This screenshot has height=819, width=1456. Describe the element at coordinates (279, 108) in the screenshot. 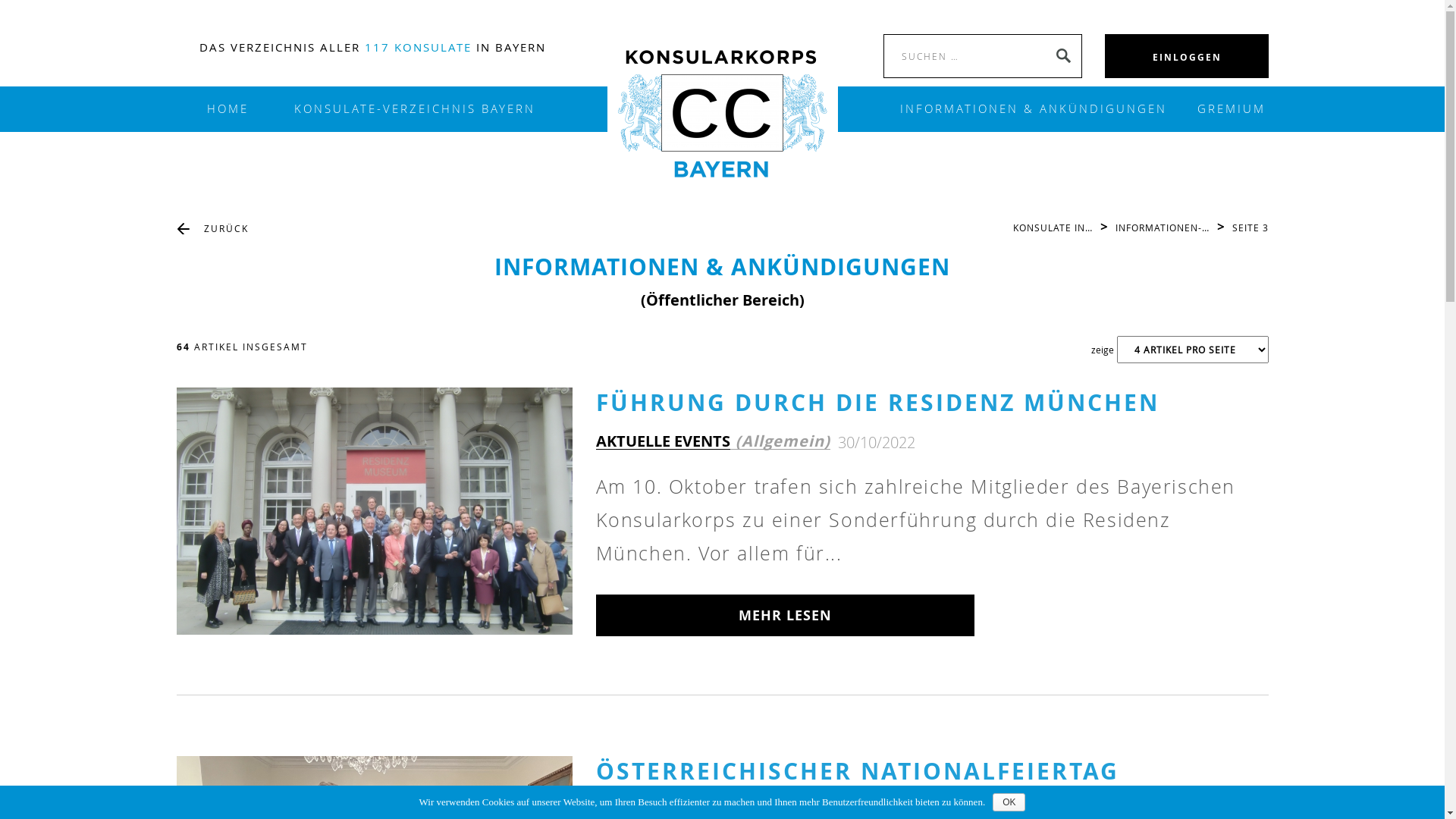

I see `'KONSULATE-VERZEICHNIS BAYERN'` at that location.